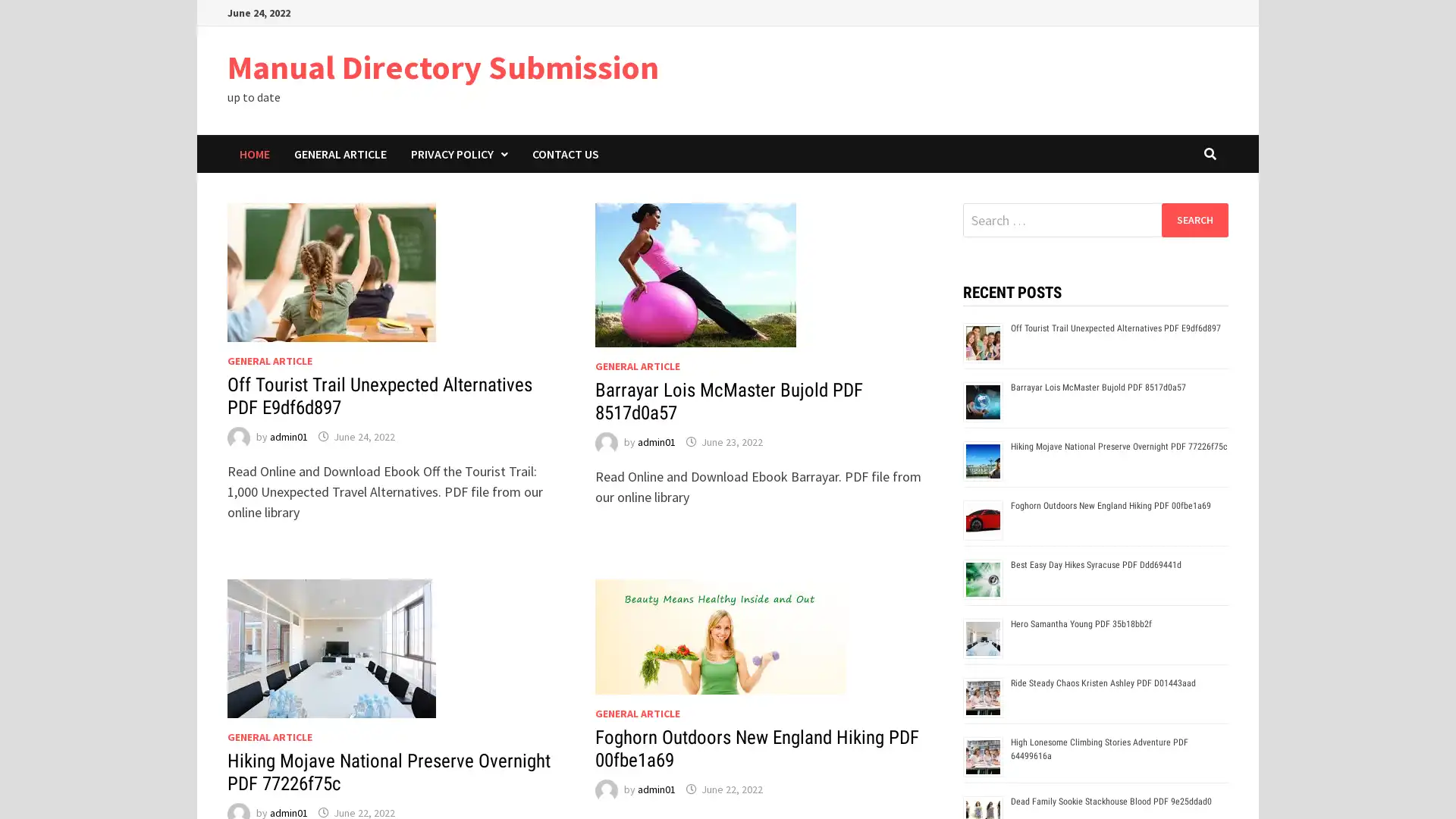 The image size is (1456, 819). I want to click on Search, so click(1194, 219).